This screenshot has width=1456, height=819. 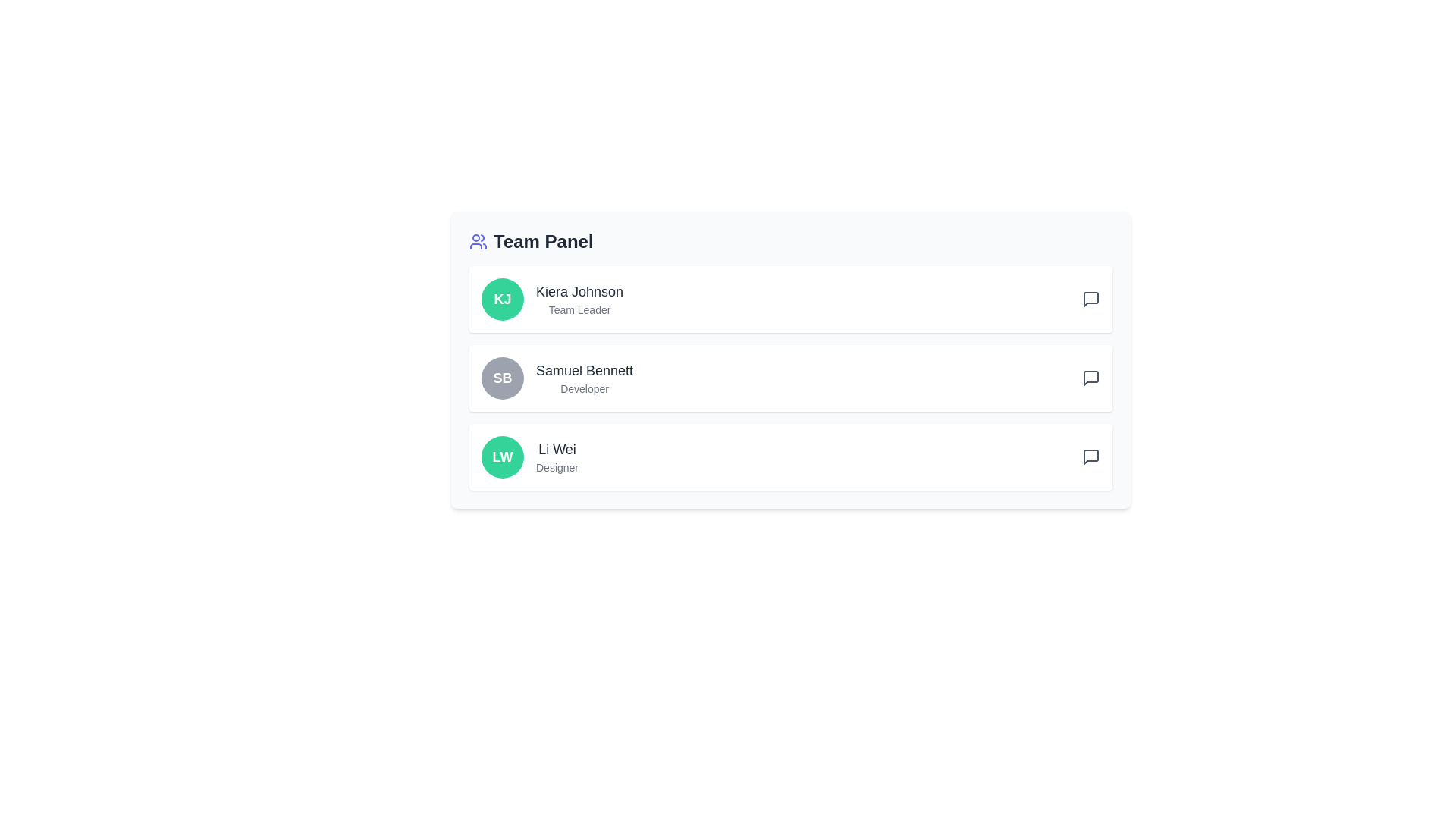 What do you see at coordinates (556, 456) in the screenshot?
I see `the Text Label displaying 'Li Wei' and 'Designer' in the third row of the 'Team Panel' list, located to the right of the avatar 'LW'` at bounding box center [556, 456].